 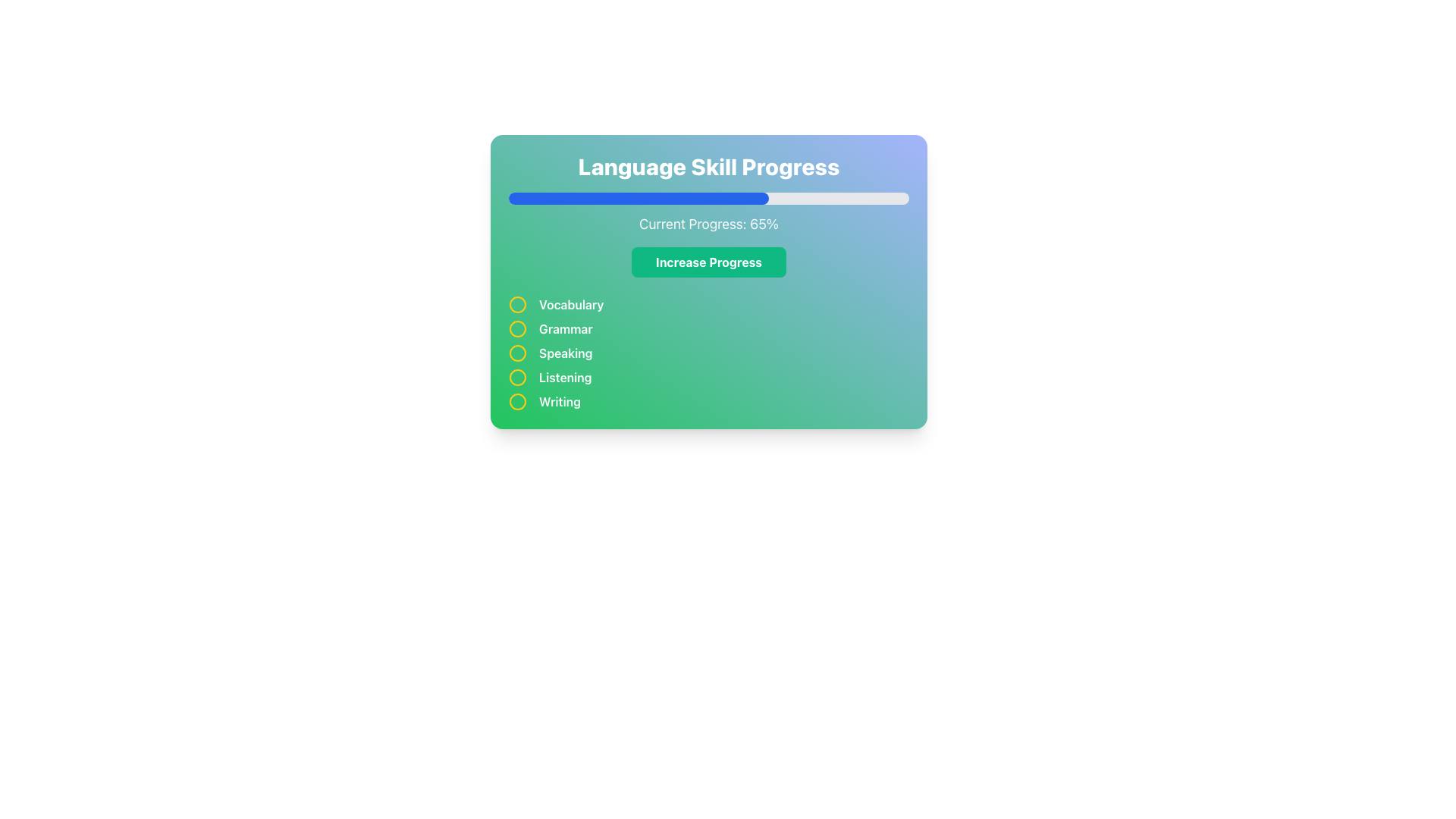 What do you see at coordinates (517, 376) in the screenshot?
I see `the state of the fourth circular icon in the list, which has a yellow outline and is located beneath the 'Listening' label` at bounding box center [517, 376].